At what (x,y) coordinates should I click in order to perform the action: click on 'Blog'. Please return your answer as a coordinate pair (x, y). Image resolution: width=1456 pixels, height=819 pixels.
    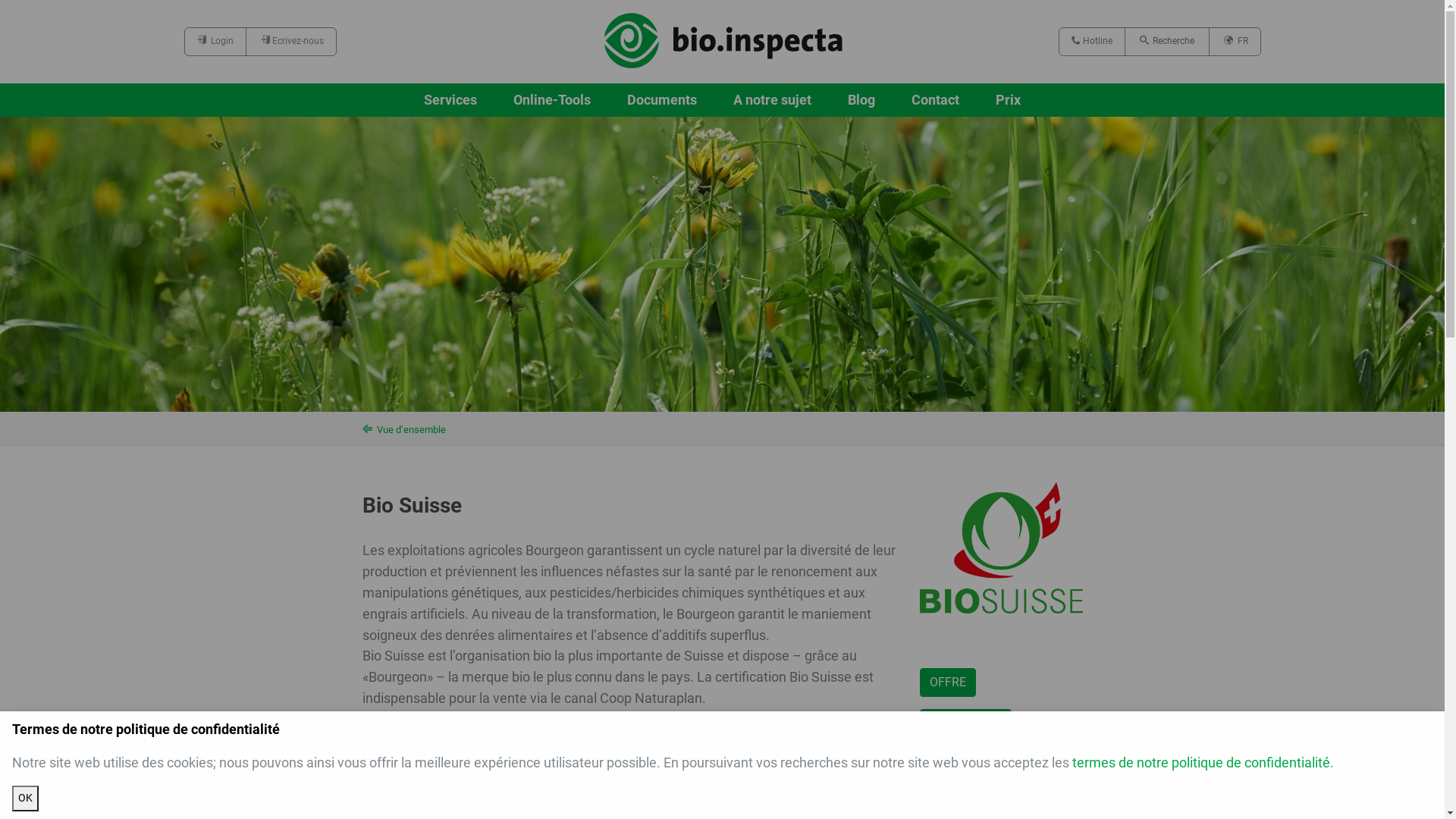
    Looking at the image, I should click on (847, 99).